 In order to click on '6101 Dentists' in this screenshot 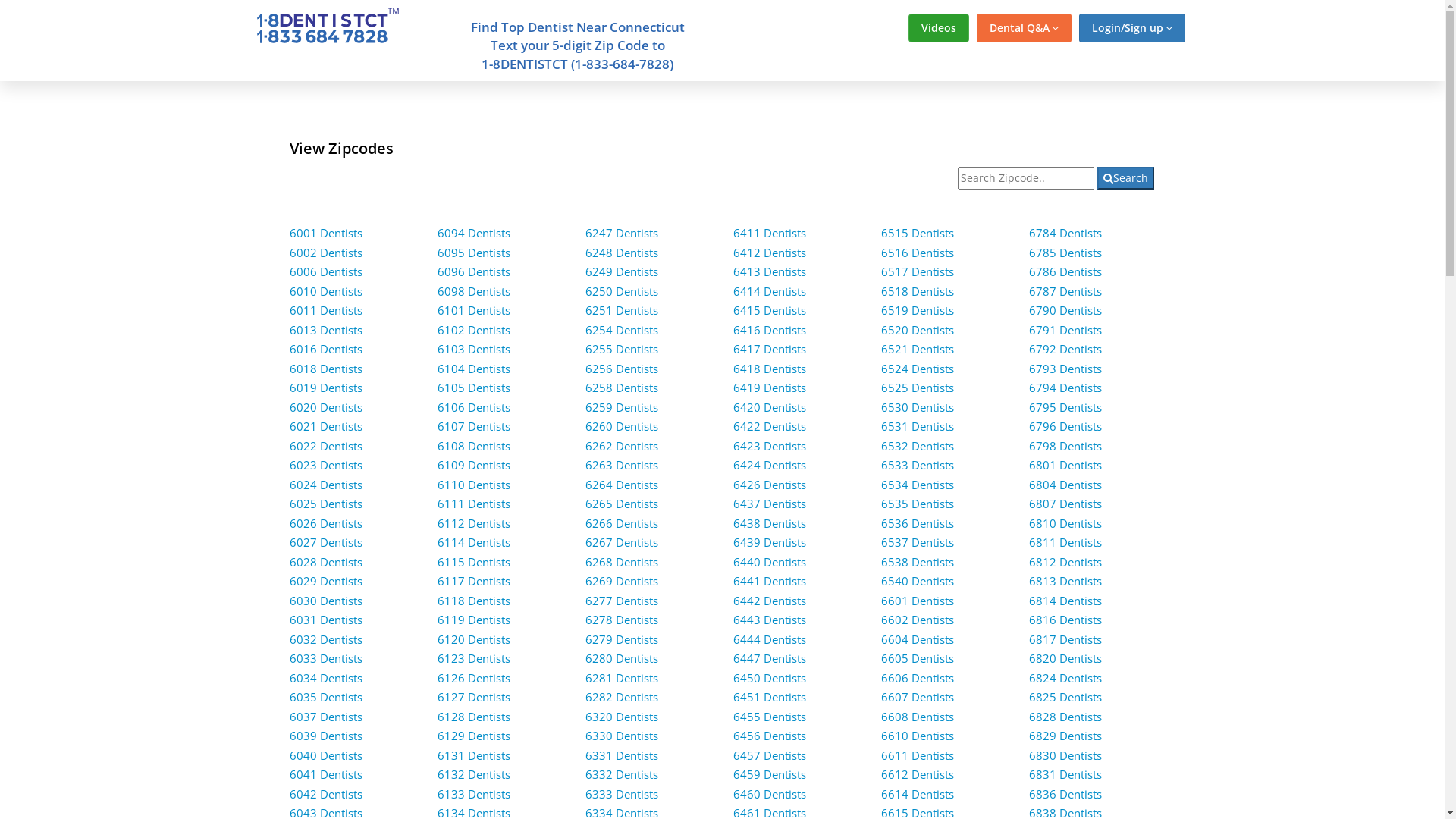, I will do `click(436, 309)`.